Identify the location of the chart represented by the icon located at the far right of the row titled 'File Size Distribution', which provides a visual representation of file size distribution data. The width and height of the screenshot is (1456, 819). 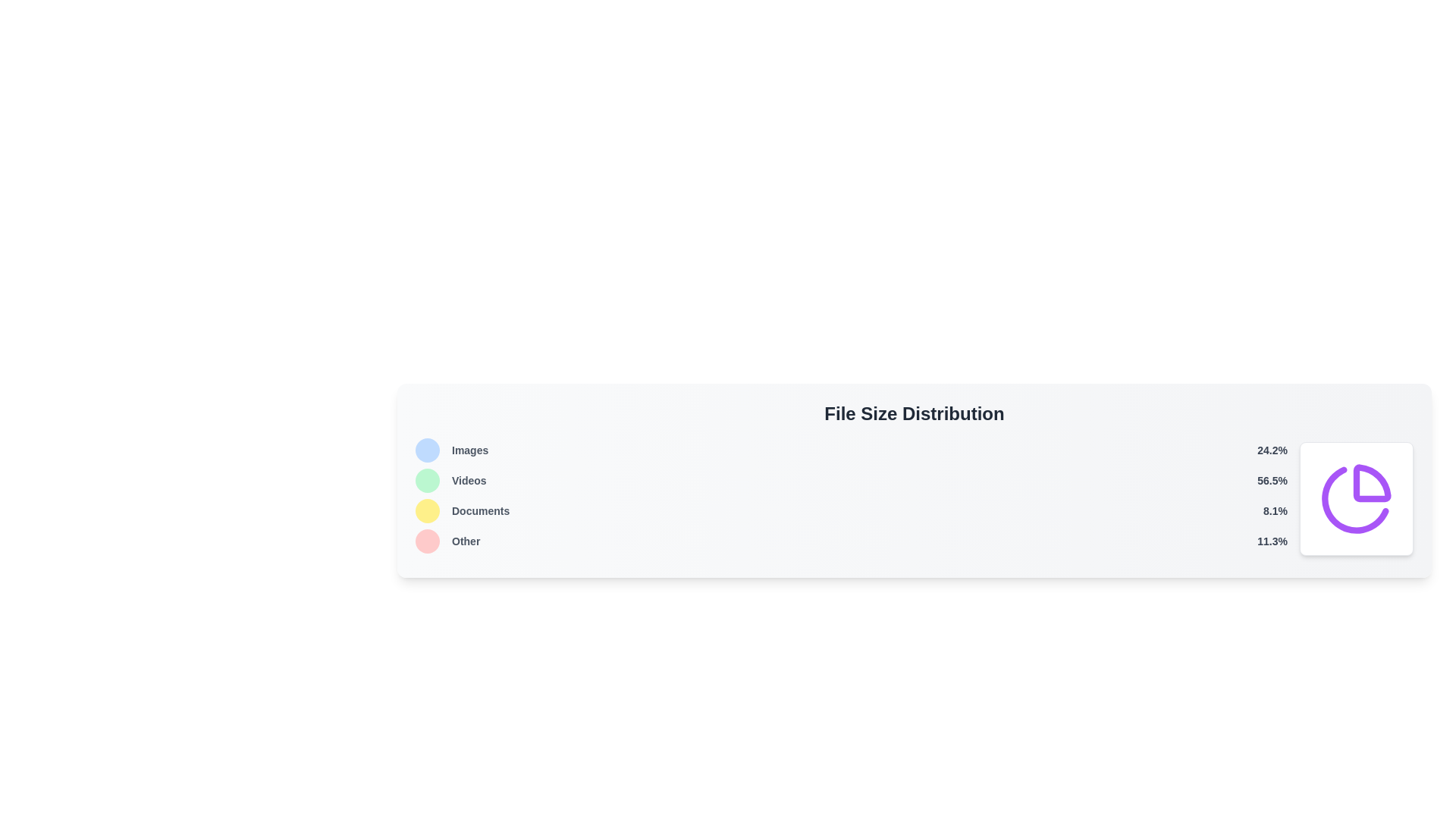
(1357, 499).